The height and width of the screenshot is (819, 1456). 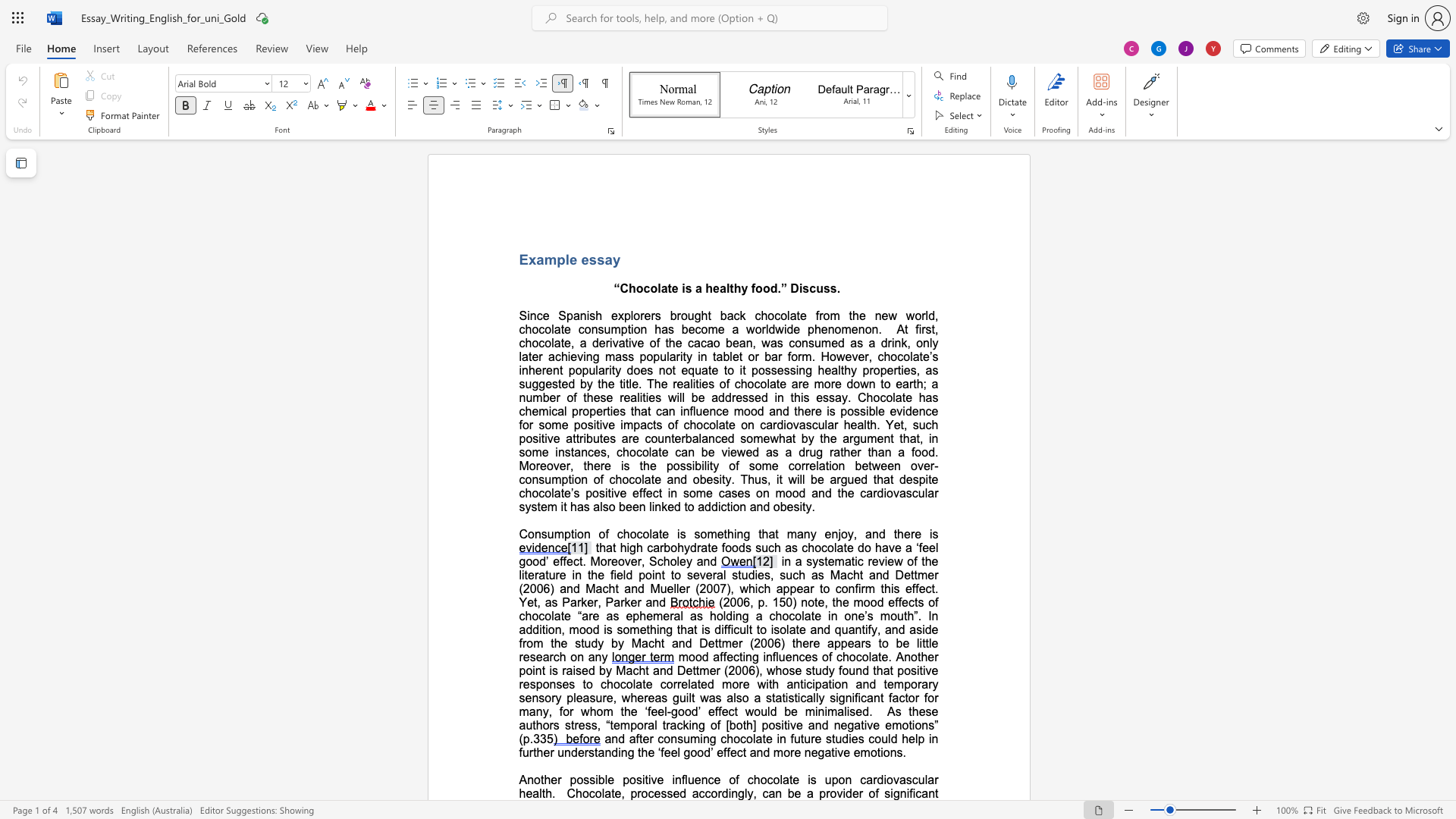 I want to click on the 6th character "r" in the text, so click(x=682, y=438).